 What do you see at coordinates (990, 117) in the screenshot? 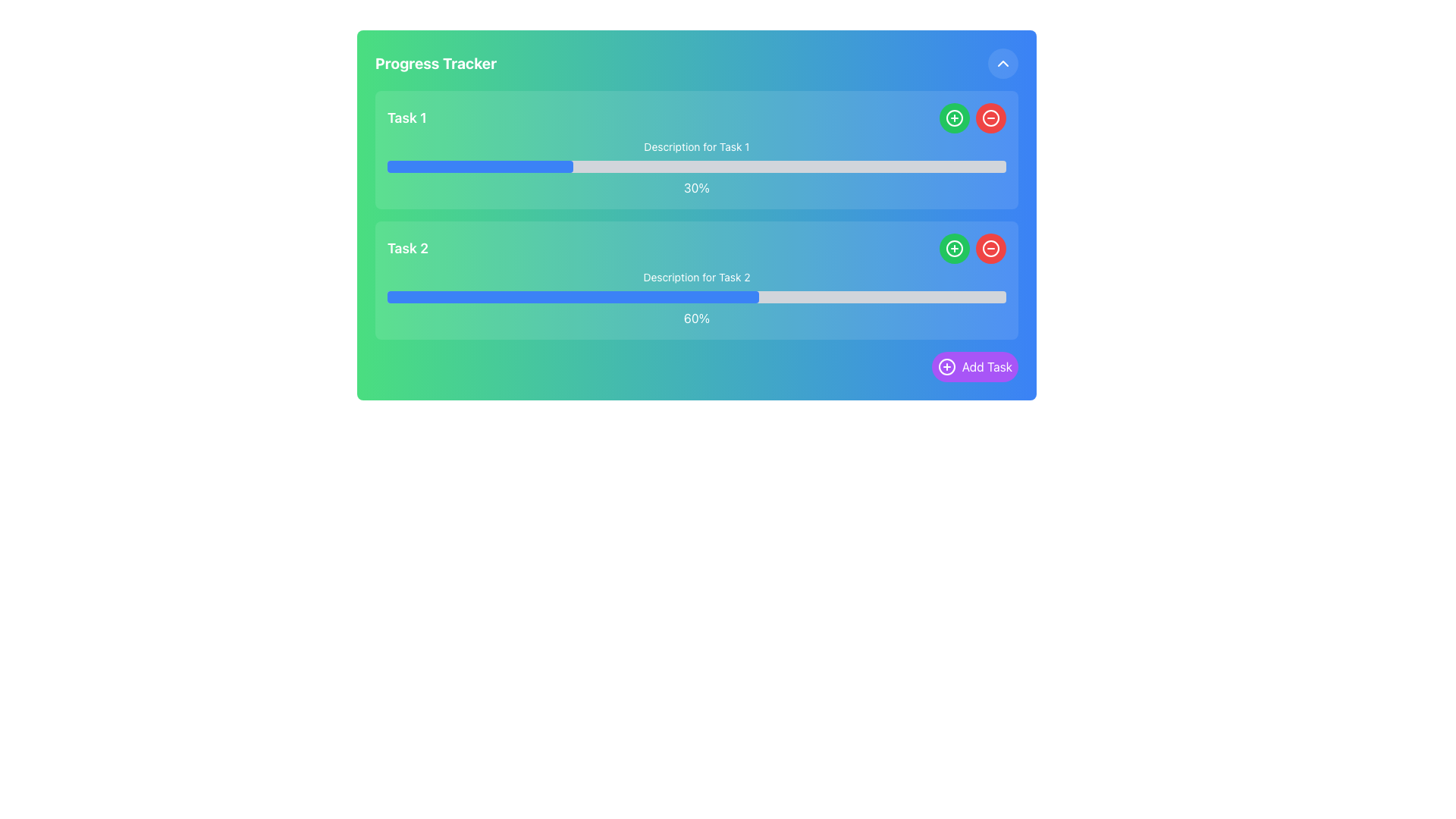
I see `the rounded red button with a minus icon located in the top task row` at bounding box center [990, 117].